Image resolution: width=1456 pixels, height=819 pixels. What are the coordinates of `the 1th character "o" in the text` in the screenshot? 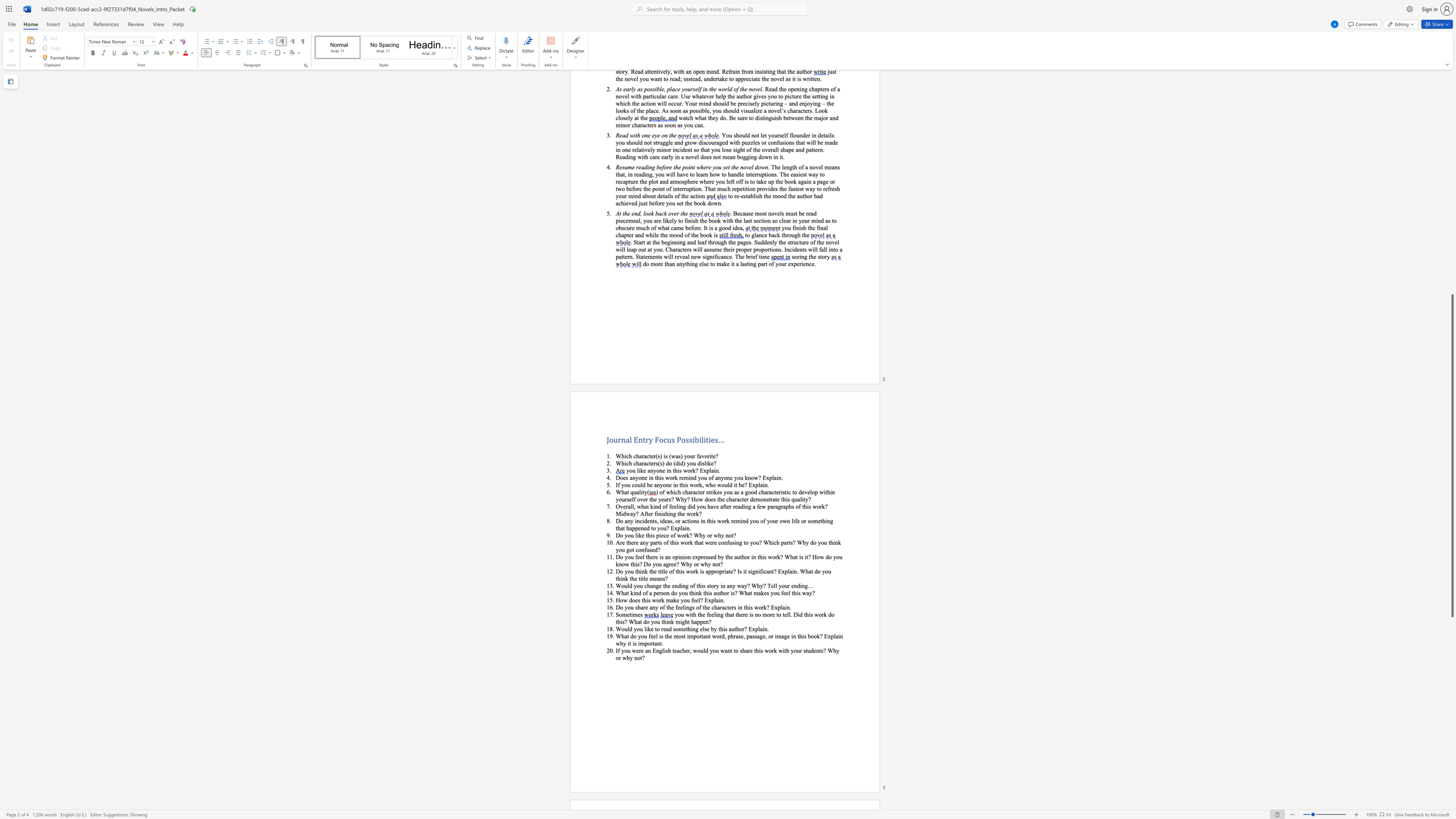 It's located at (621, 600).